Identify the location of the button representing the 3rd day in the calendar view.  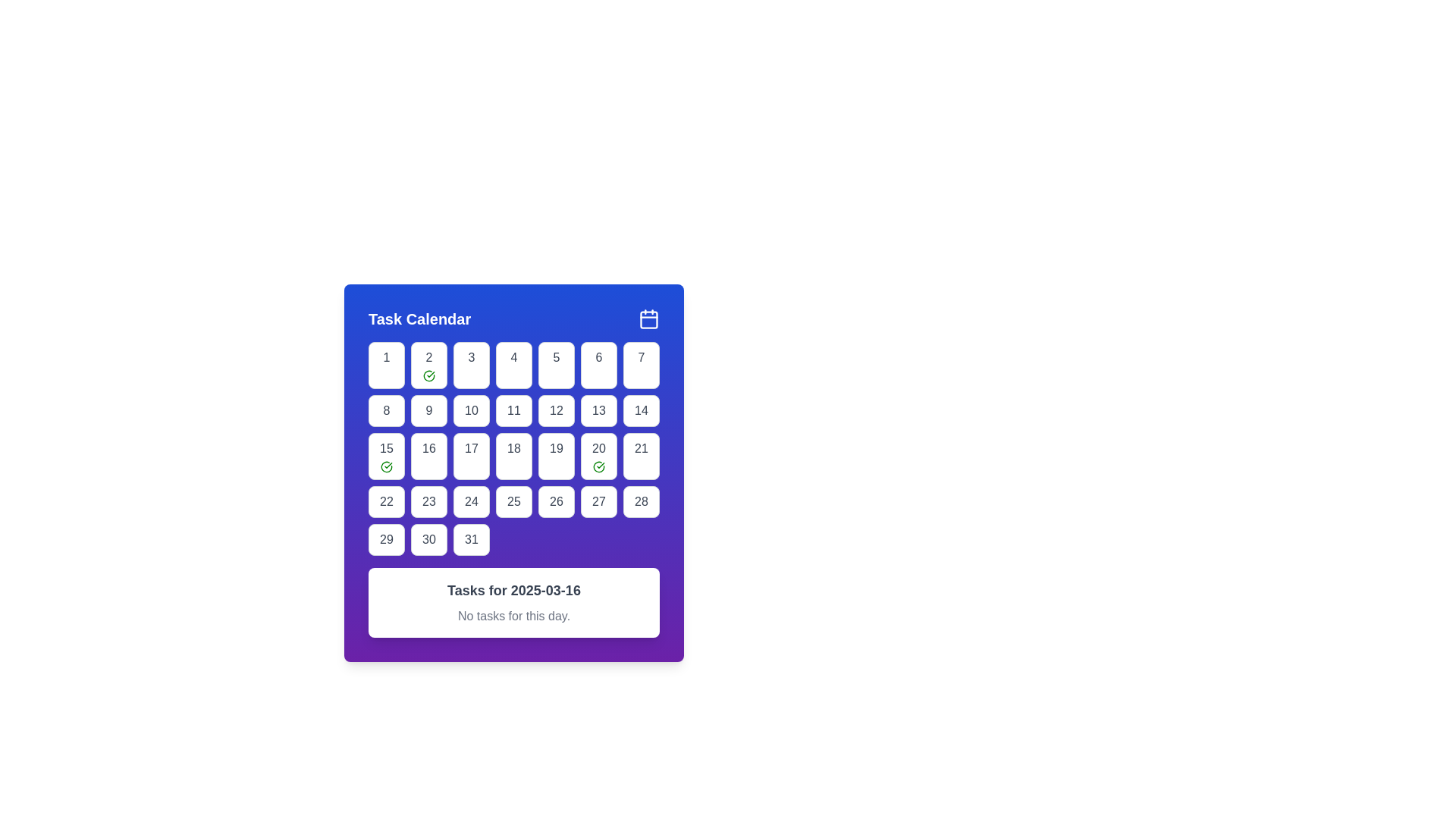
(471, 366).